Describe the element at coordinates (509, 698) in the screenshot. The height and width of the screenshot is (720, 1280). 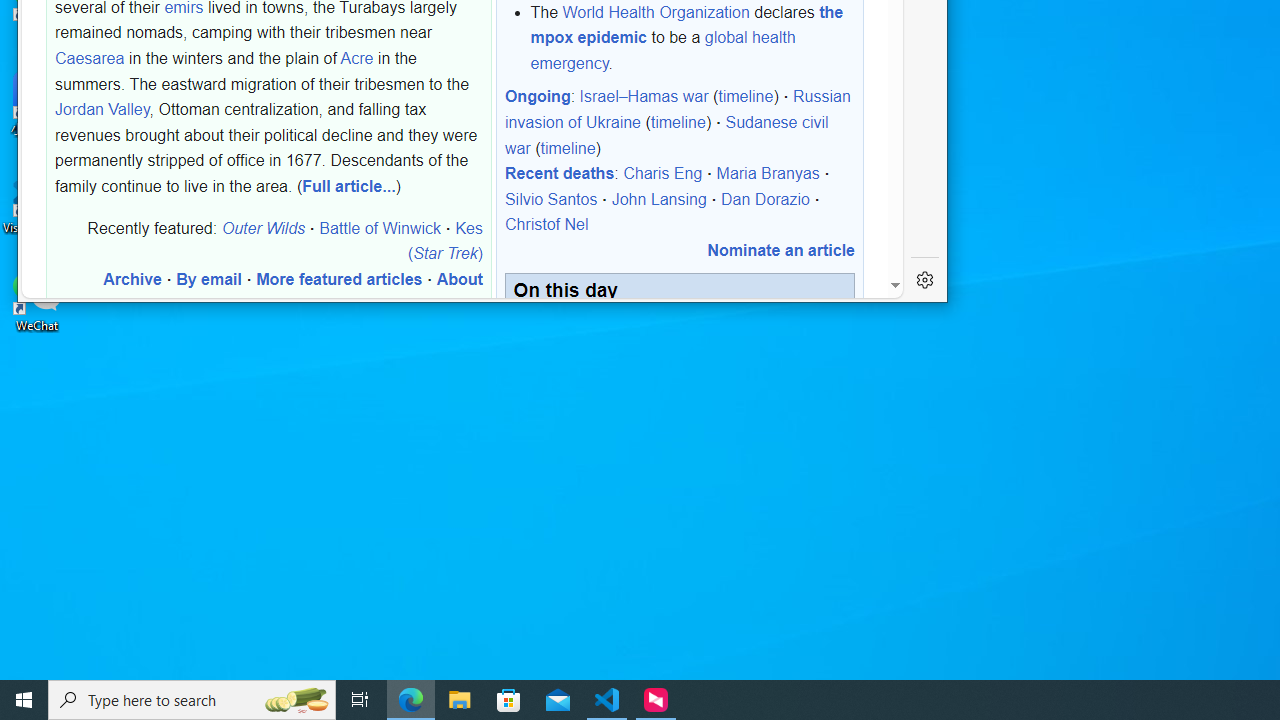
I see `'Microsoft Store'` at that location.